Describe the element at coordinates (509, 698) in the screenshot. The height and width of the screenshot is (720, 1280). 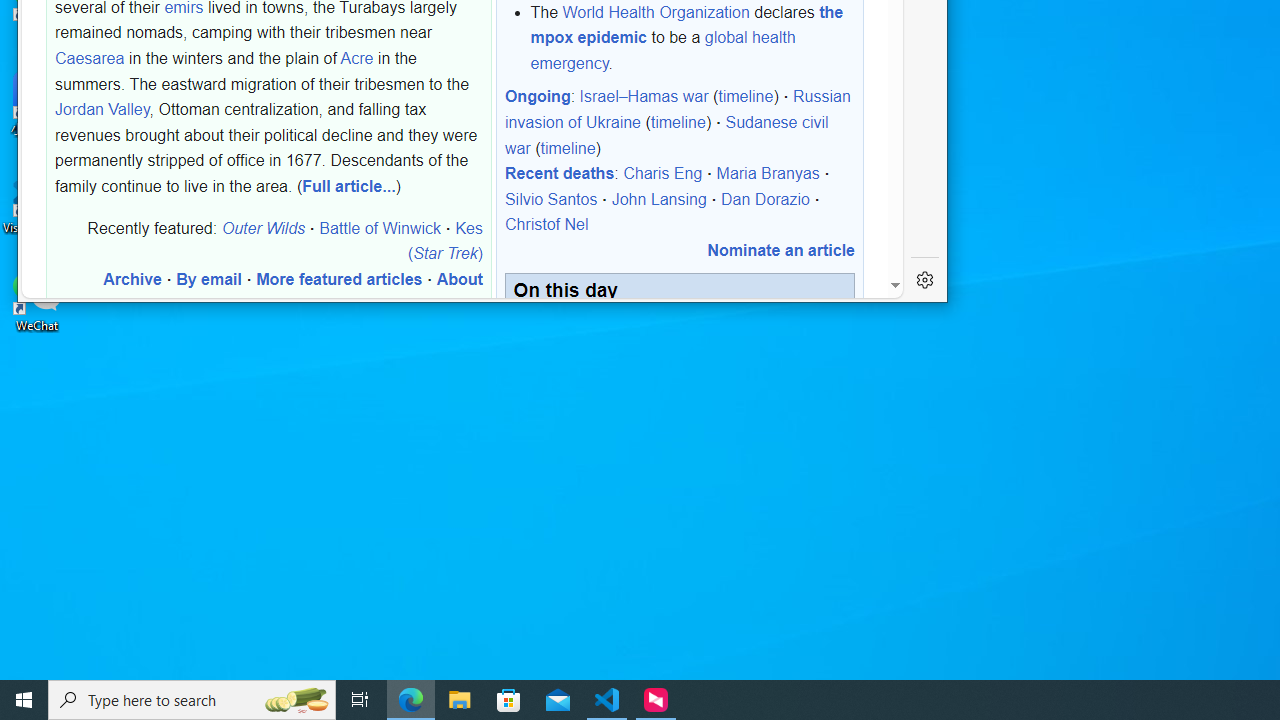
I see `'Microsoft Store'` at that location.